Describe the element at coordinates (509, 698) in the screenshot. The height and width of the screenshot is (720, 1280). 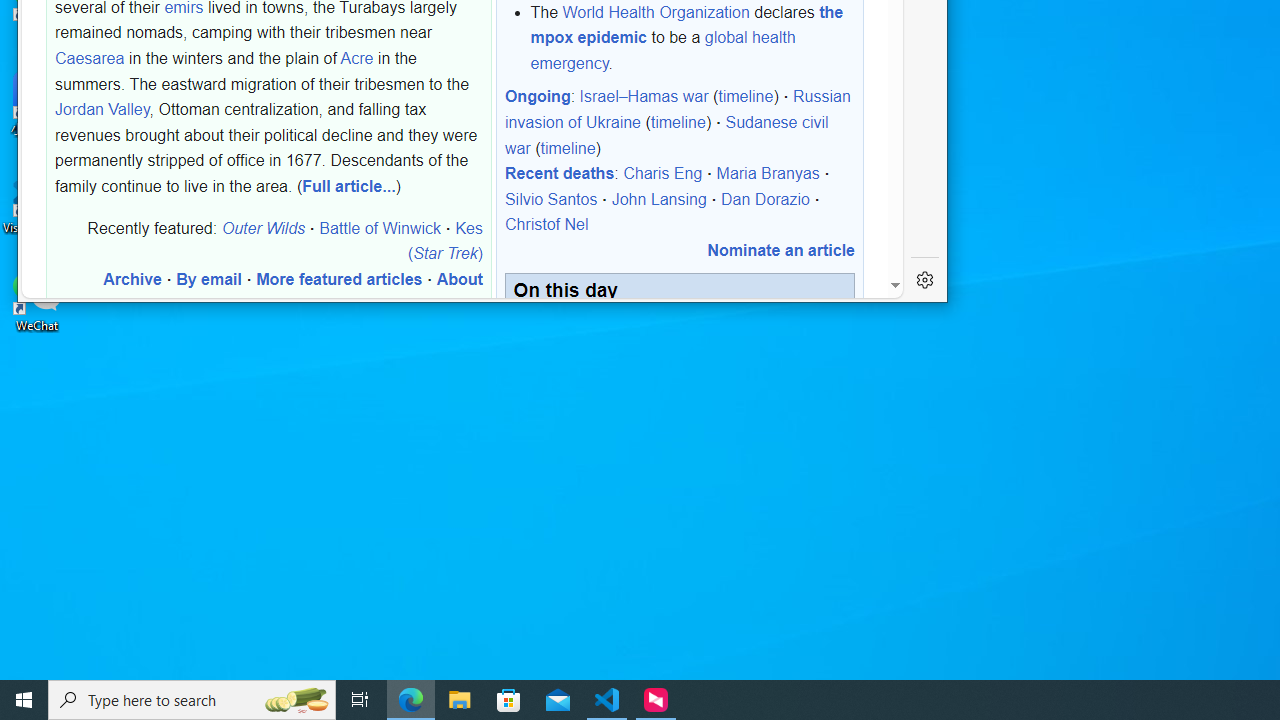
I see `'Microsoft Store'` at that location.